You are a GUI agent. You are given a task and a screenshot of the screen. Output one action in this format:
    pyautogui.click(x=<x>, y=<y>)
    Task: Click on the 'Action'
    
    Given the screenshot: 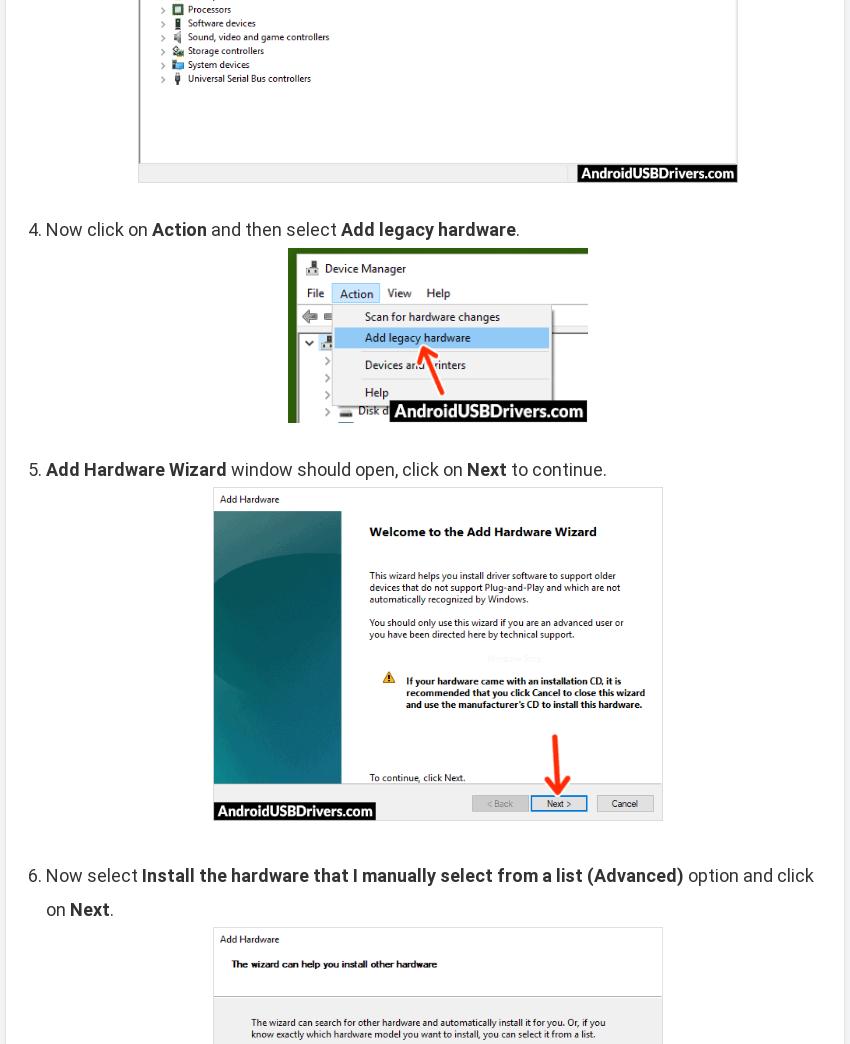 What is the action you would take?
    pyautogui.click(x=178, y=229)
    